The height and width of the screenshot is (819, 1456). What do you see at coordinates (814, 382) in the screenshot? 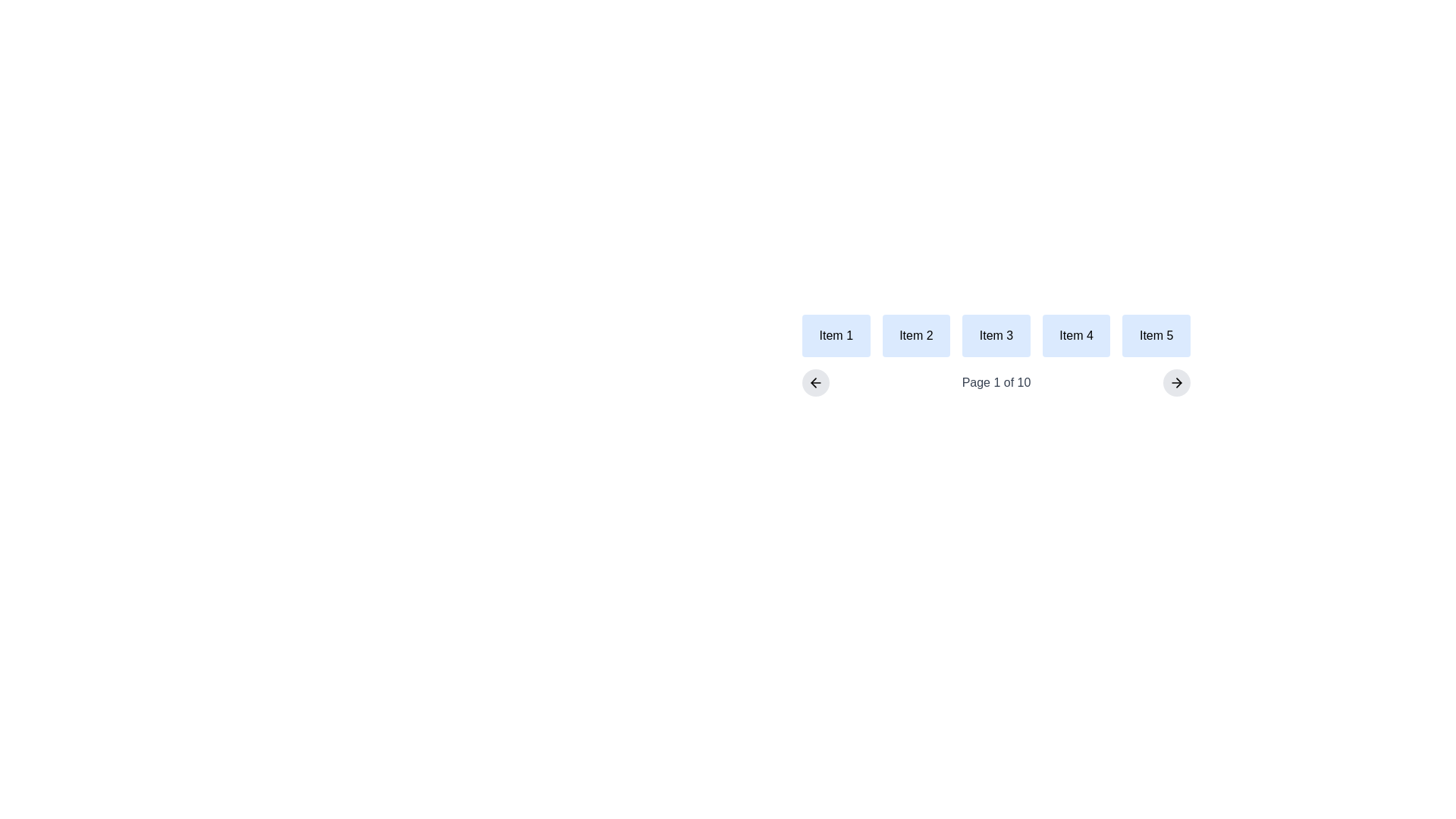
I see `the left-pointing arrow icon within the circular button, which has a light gray background and rounded corners` at bounding box center [814, 382].